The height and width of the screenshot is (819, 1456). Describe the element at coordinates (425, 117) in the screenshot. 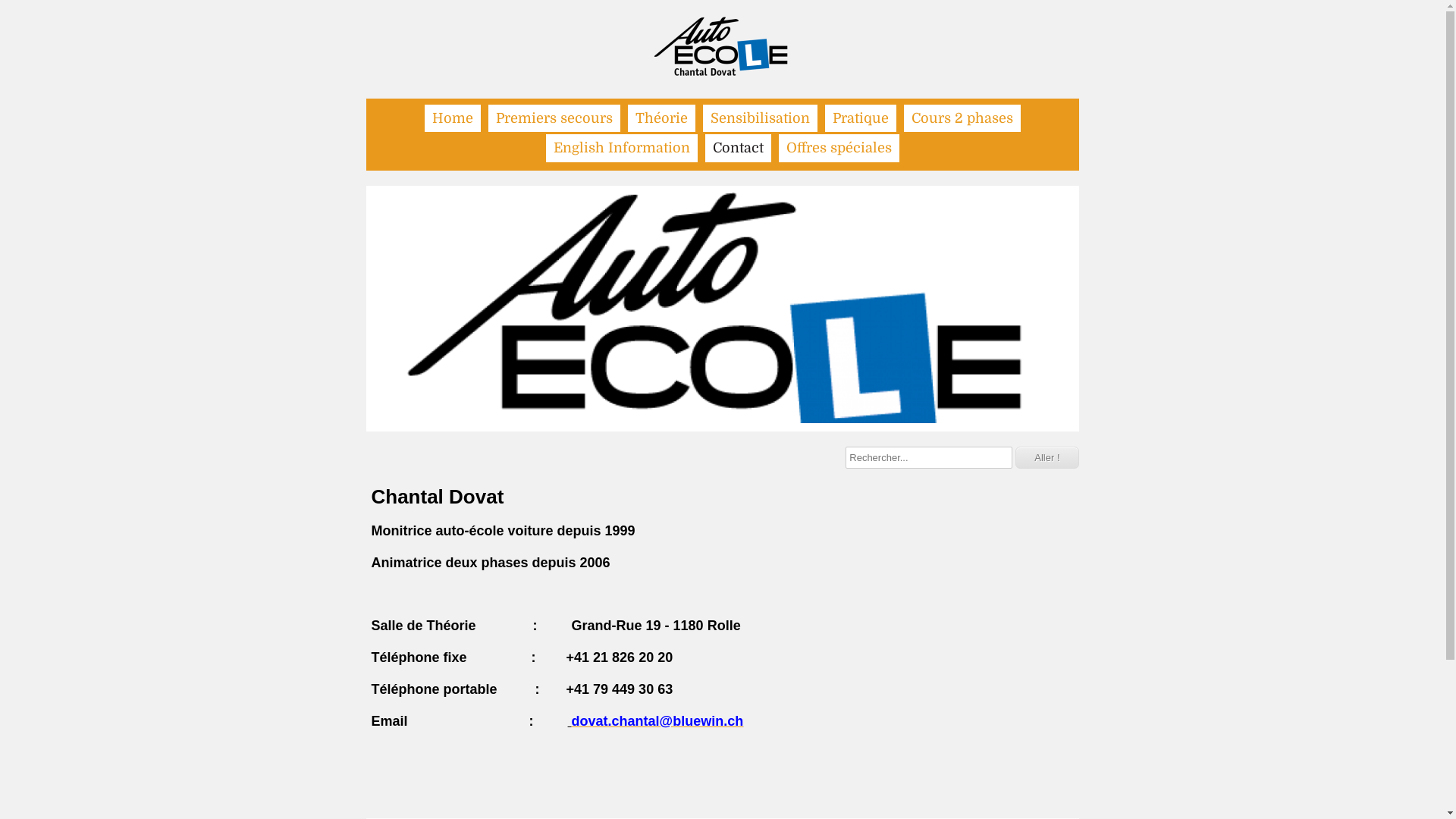

I see `'Home'` at that location.